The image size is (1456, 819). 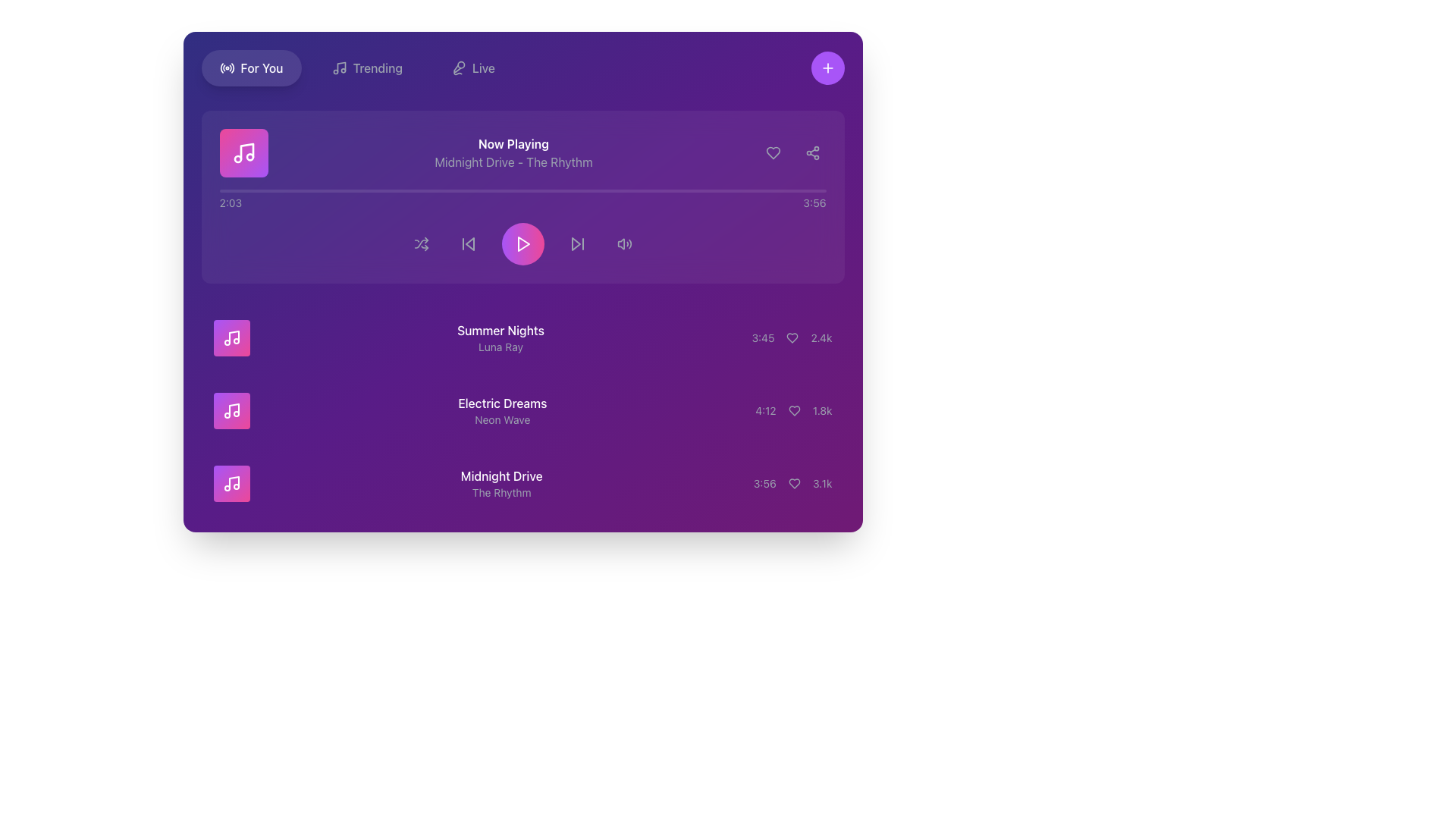 What do you see at coordinates (378, 67) in the screenshot?
I see `the 'Trending' text label located in the upper navigation area, positioned between a music icon and a 'Live' text label` at bounding box center [378, 67].